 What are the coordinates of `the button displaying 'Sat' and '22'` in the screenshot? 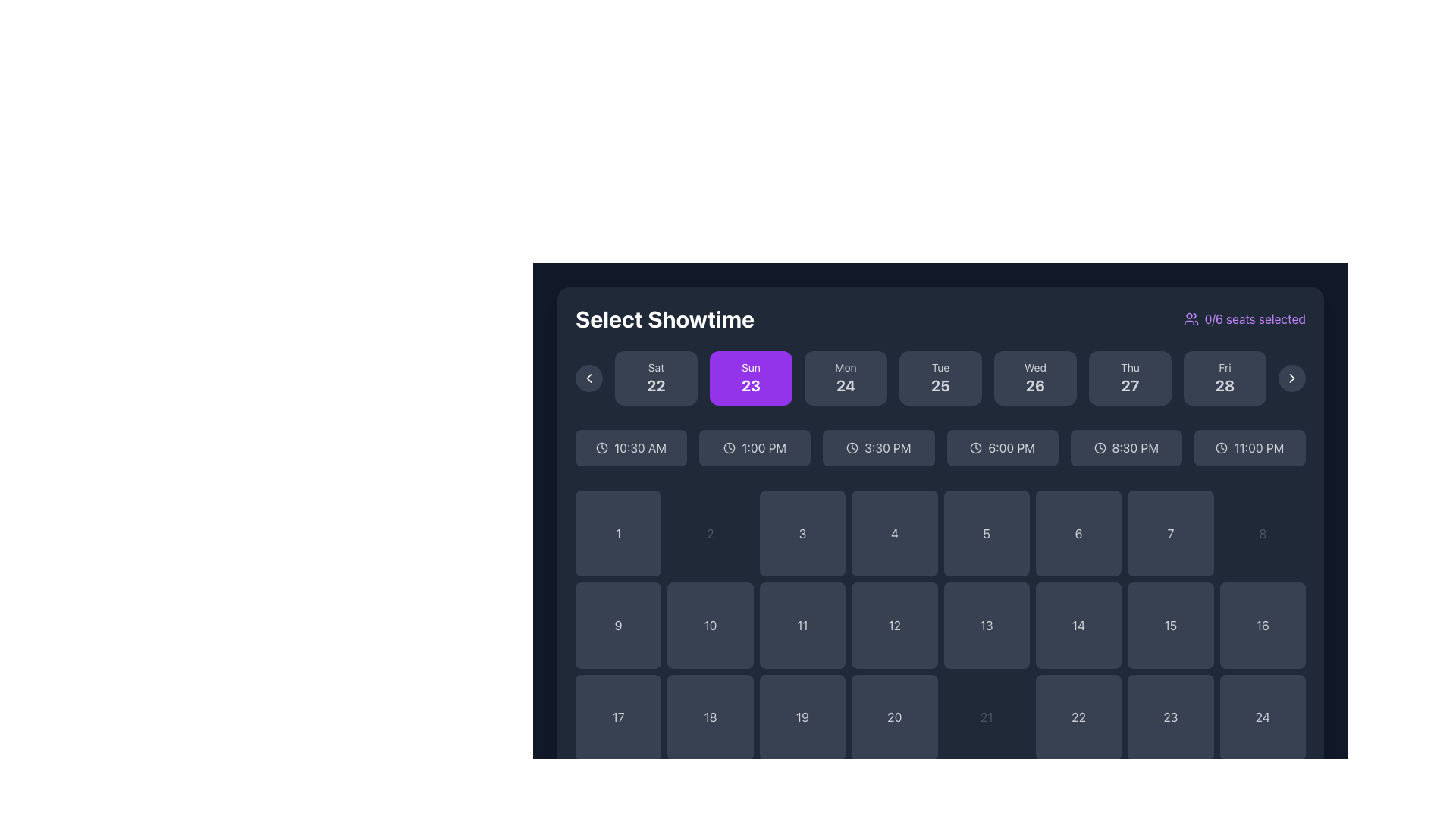 It's located at (656, 377).